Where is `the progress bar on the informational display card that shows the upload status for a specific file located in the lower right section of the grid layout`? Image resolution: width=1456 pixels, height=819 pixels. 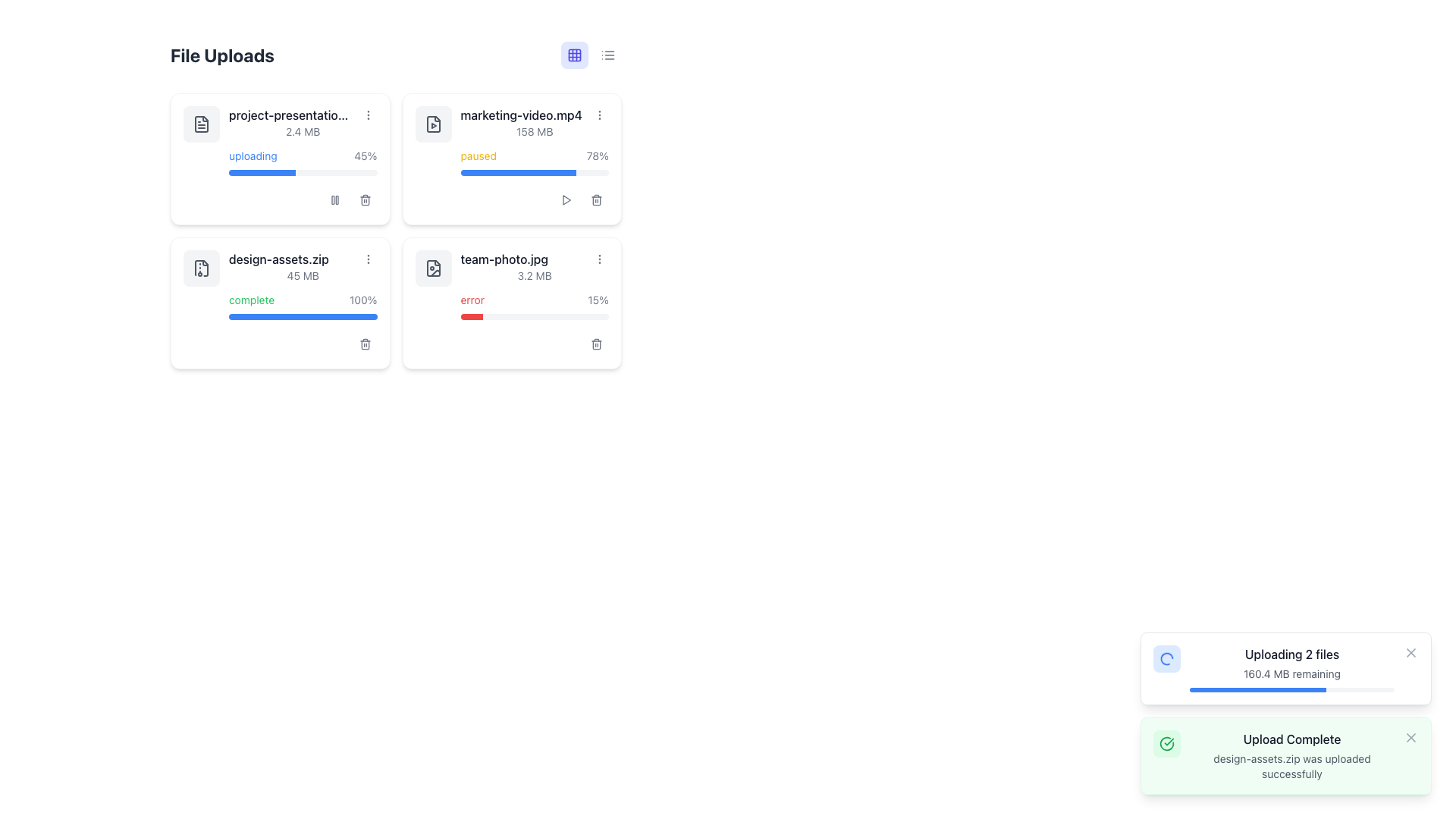
the progress bar on the informational display card that shows the upload status for a specific file located in the lower right section of the grid layout is located at coordinates (535, 284).